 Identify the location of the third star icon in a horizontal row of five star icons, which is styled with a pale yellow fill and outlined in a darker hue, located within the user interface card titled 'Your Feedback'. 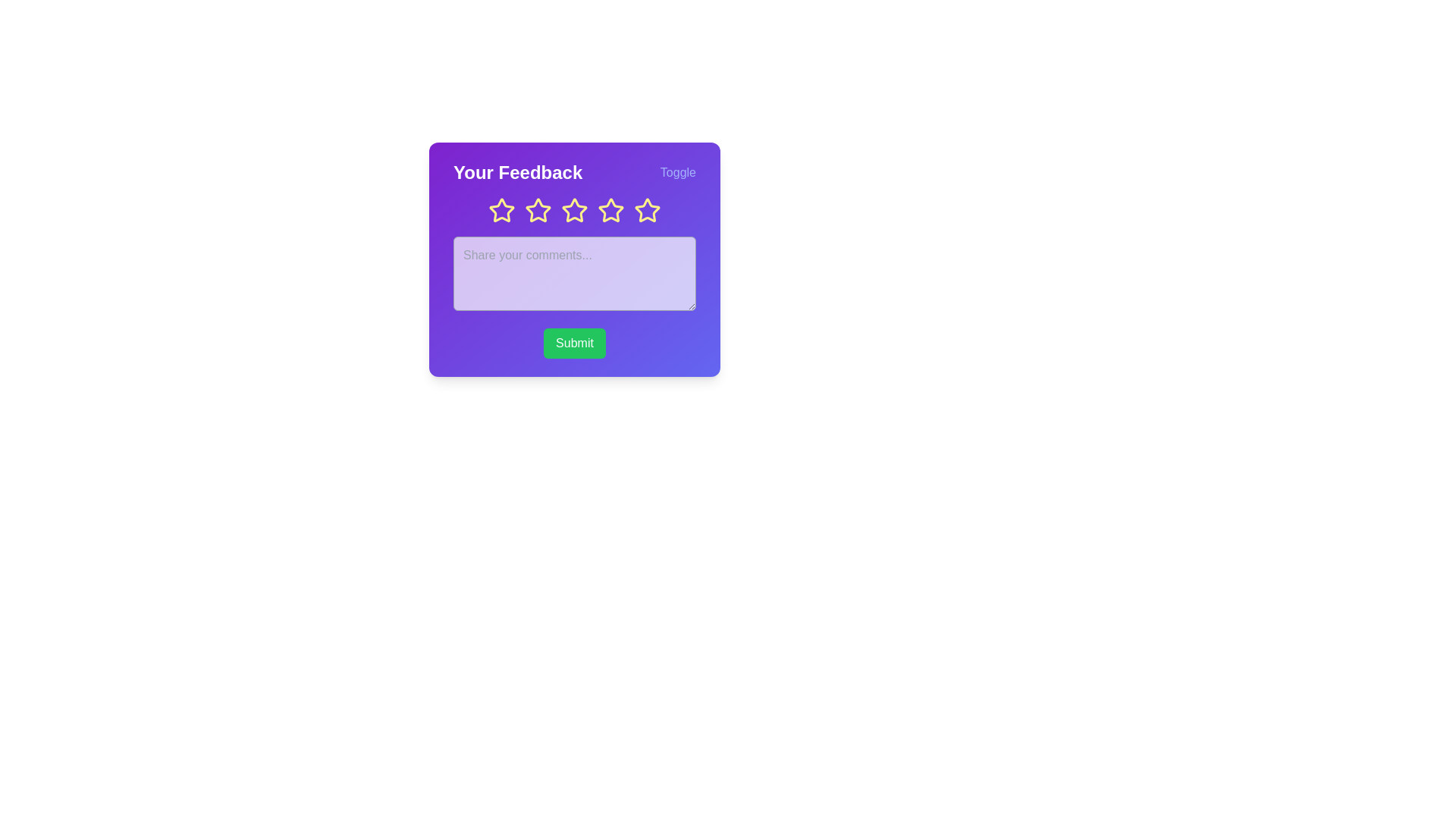
(611, 210).